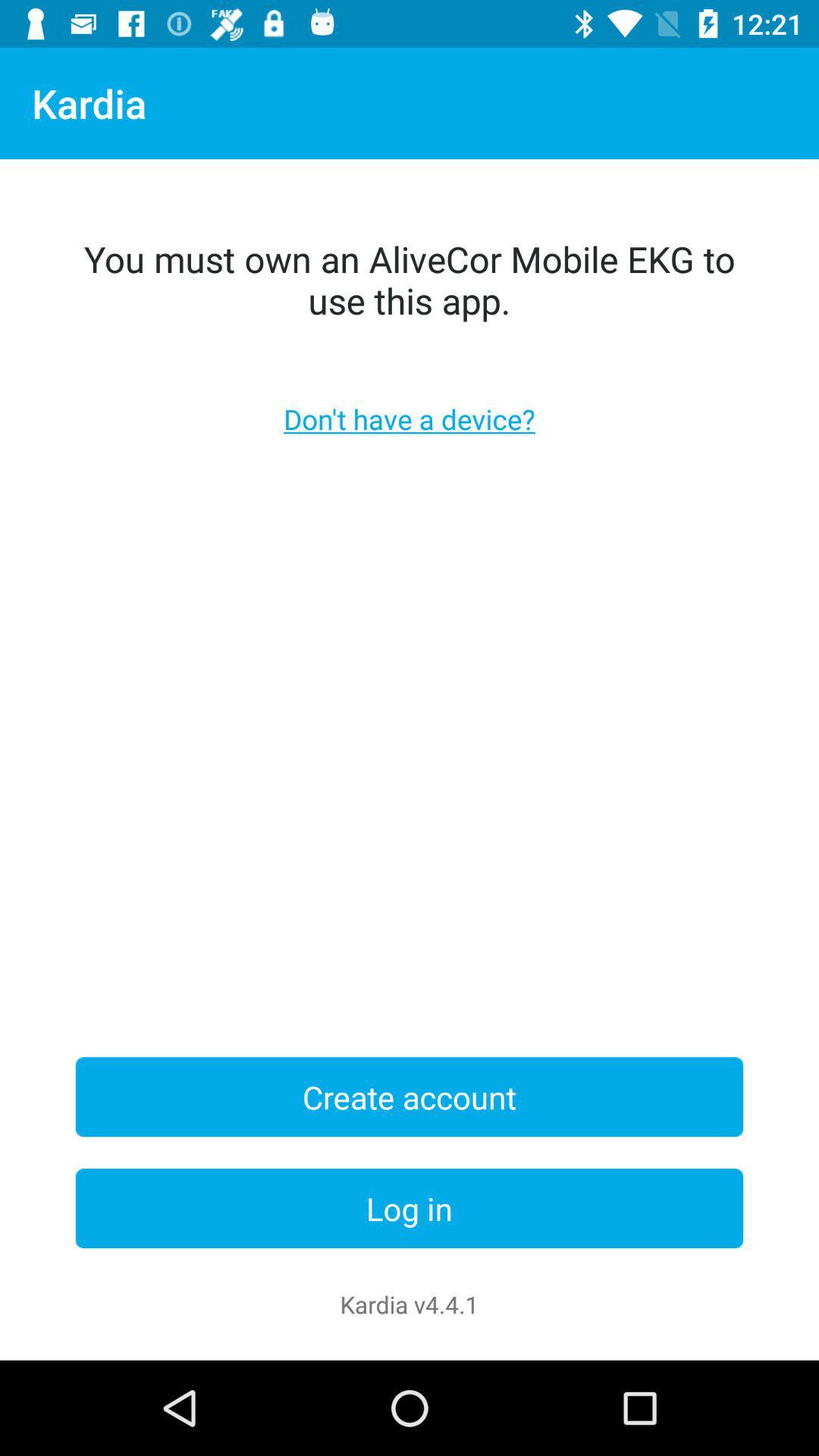  I want to click on icon below you must own icon, so click(409, 419).